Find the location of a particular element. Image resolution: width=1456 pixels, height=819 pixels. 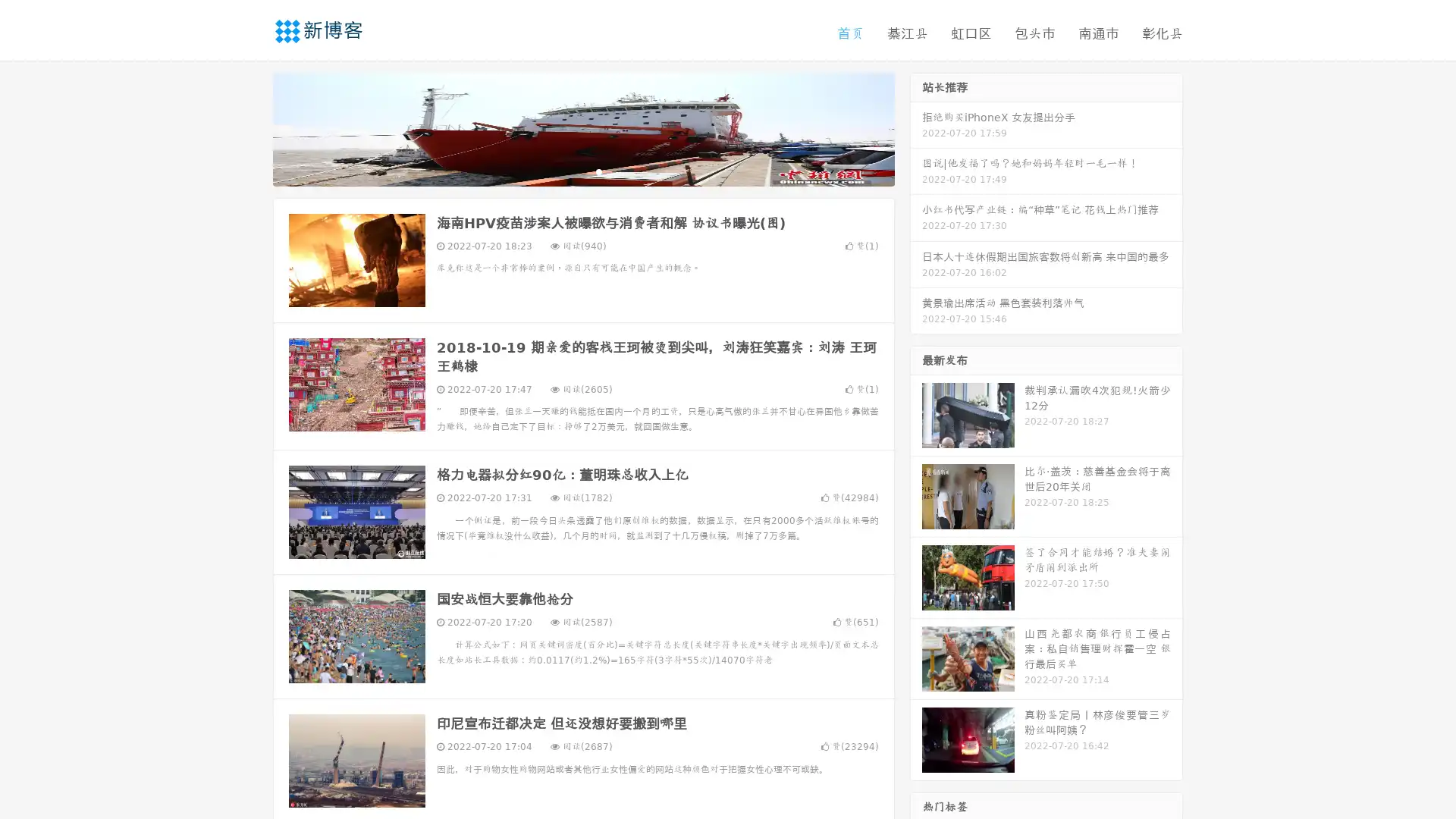

Go to slide 3 is located at coordinates (598, 171).